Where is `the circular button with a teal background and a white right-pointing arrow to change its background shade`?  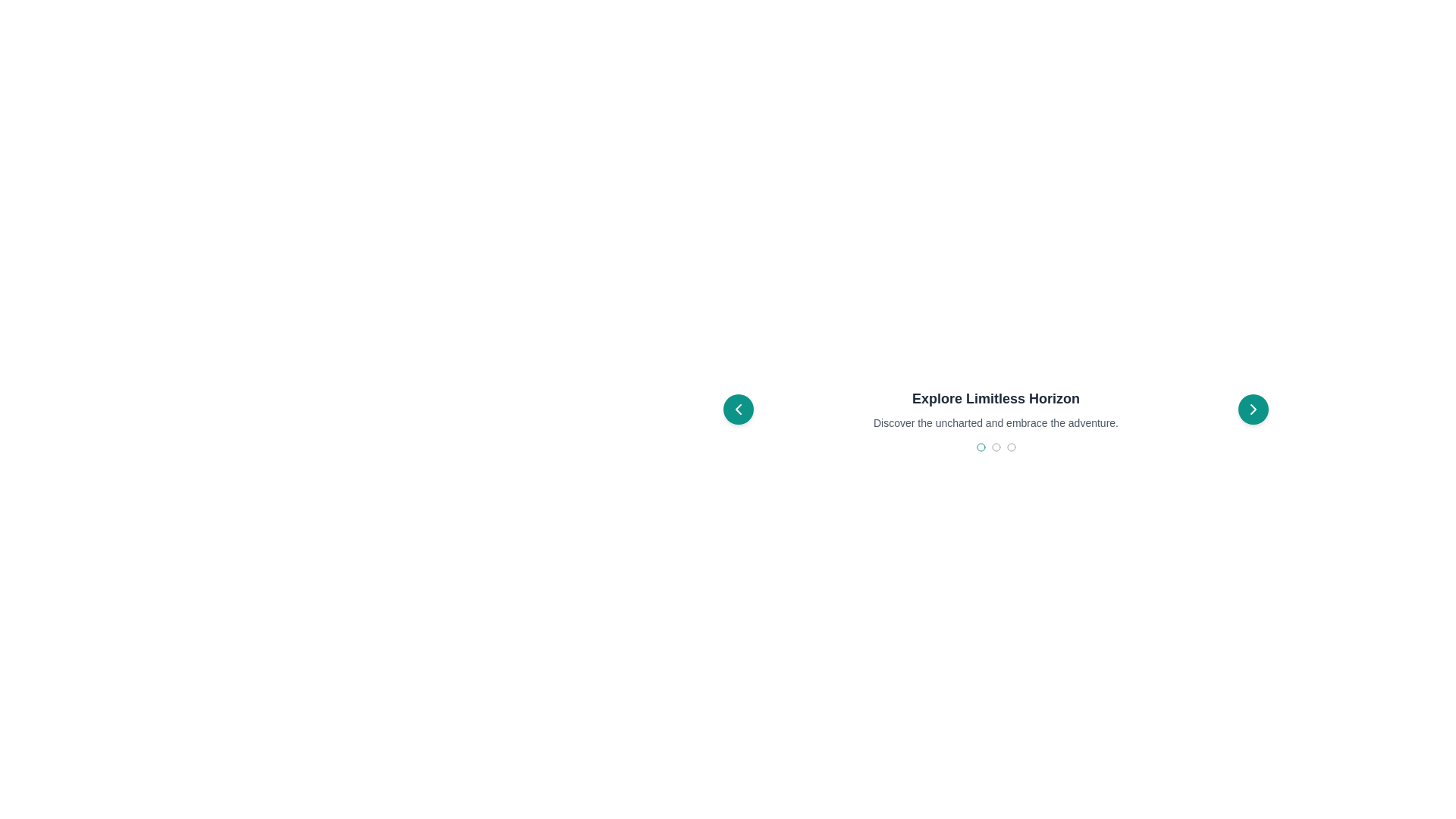
the circular button with a teal background and a white right-pointing arrow to change its background shade is located at coordinates (1254, 409).